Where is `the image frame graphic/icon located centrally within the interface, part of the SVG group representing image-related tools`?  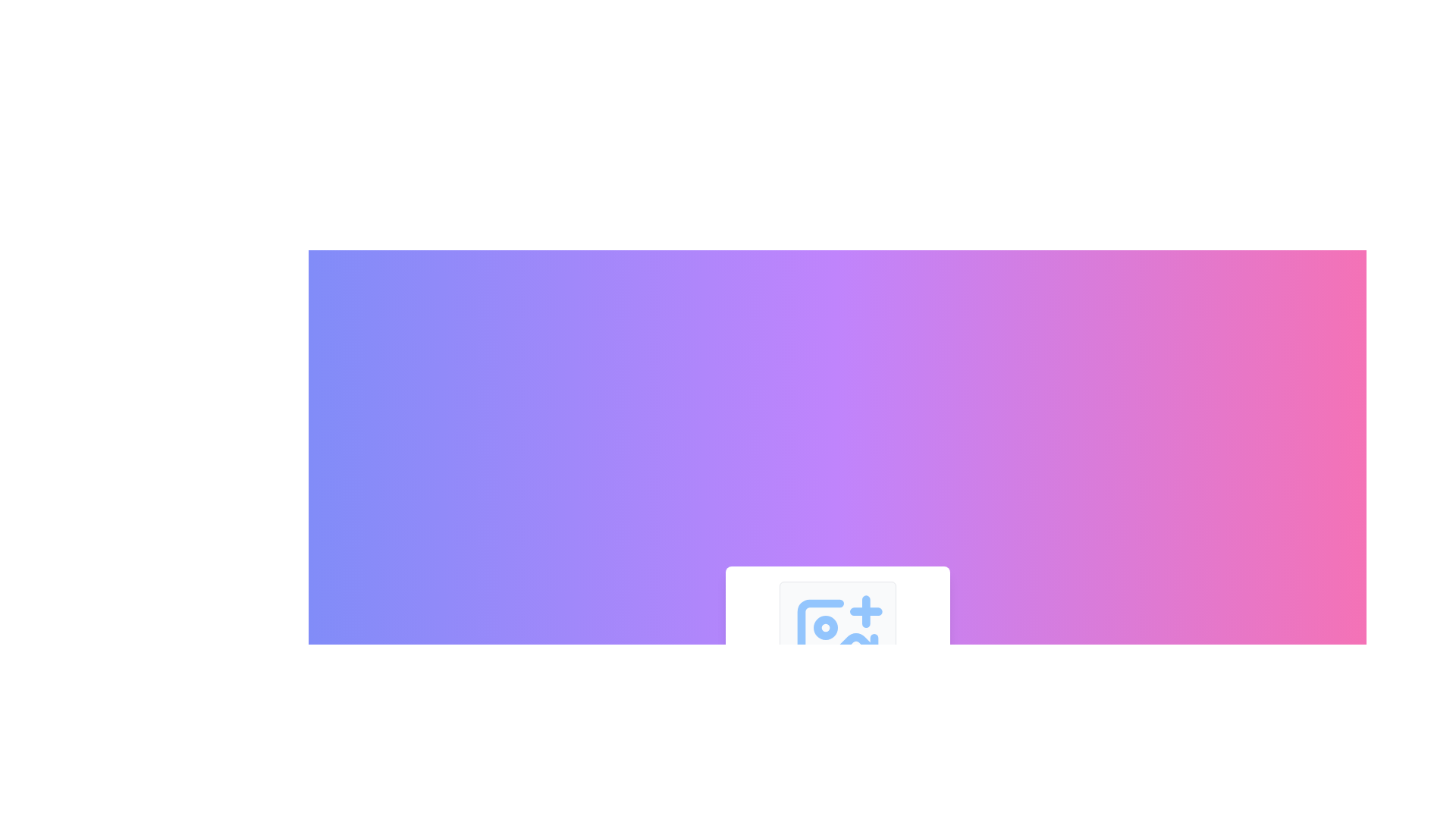
the image frame graphic/icon located centrally within the interface, part of the SVG group representing image-related tools is located at coordinates (836, 640).